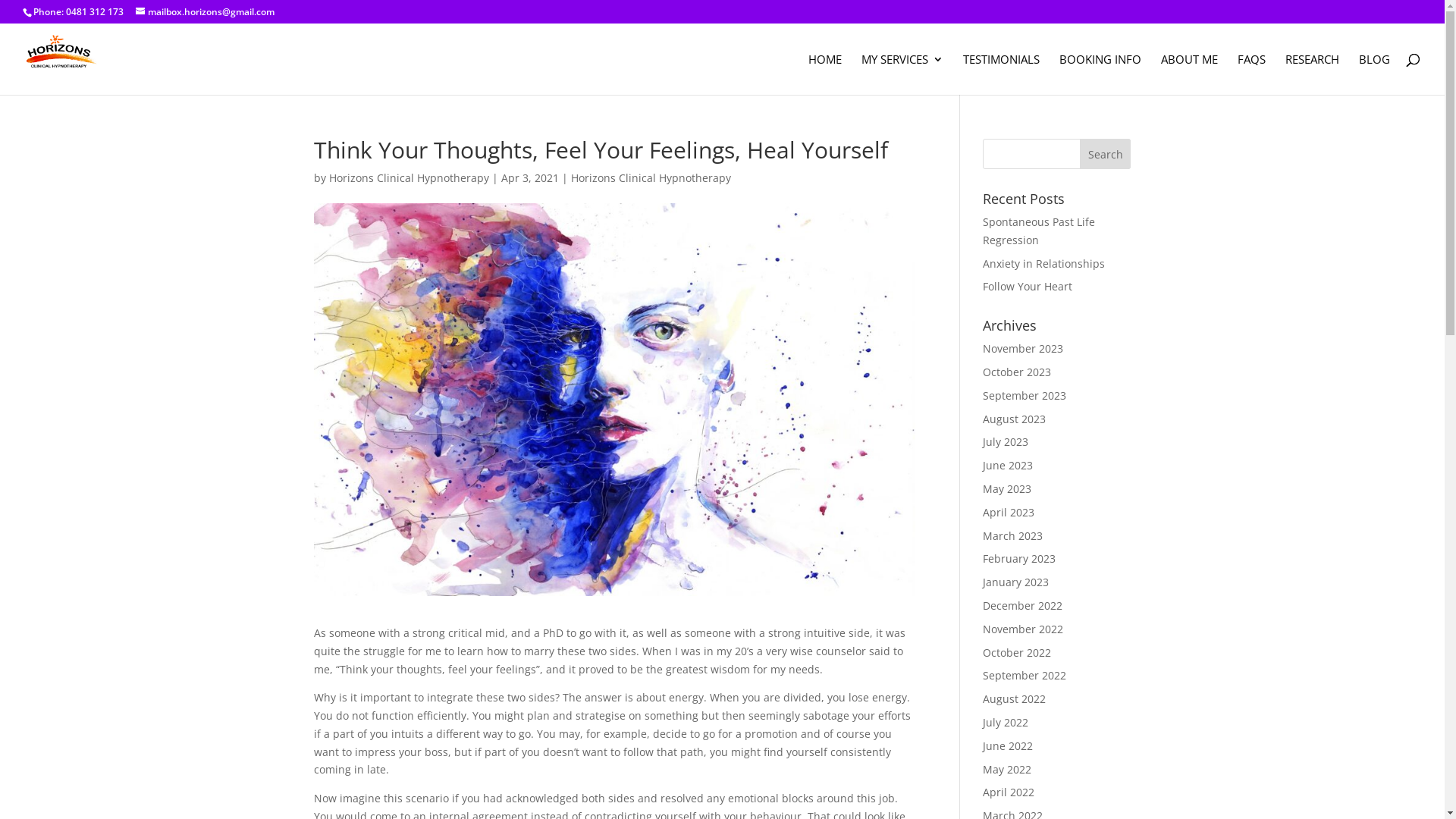 This screenshot has height=819, width=1456. What do you see at coordinates (1016, 651) in the screenshot?
I see `'October 2022'` at bounding box center [1016, 651].